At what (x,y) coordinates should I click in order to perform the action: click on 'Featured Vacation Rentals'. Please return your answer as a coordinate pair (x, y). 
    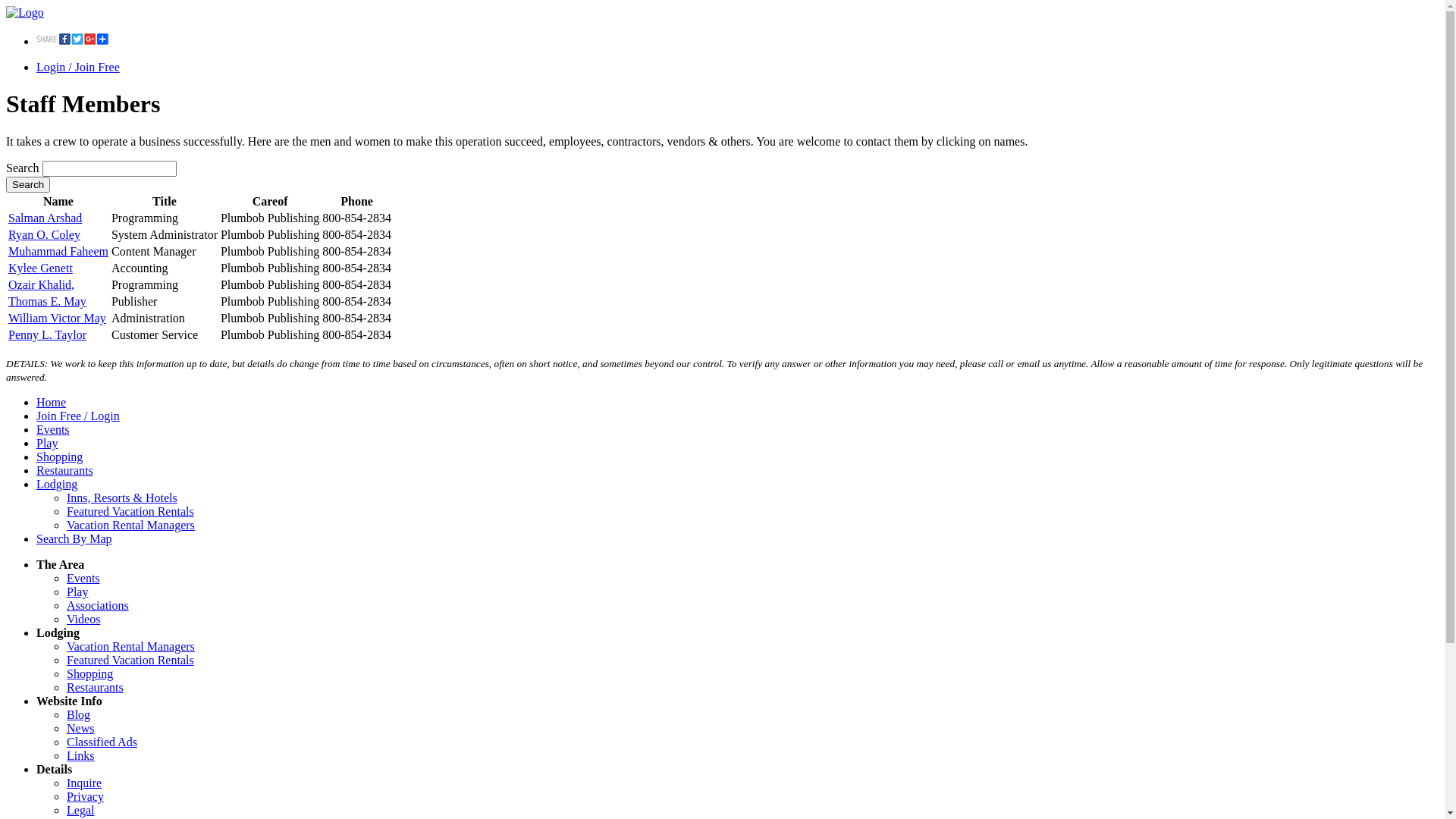
    Looking at the image, I should click on (130, 659).